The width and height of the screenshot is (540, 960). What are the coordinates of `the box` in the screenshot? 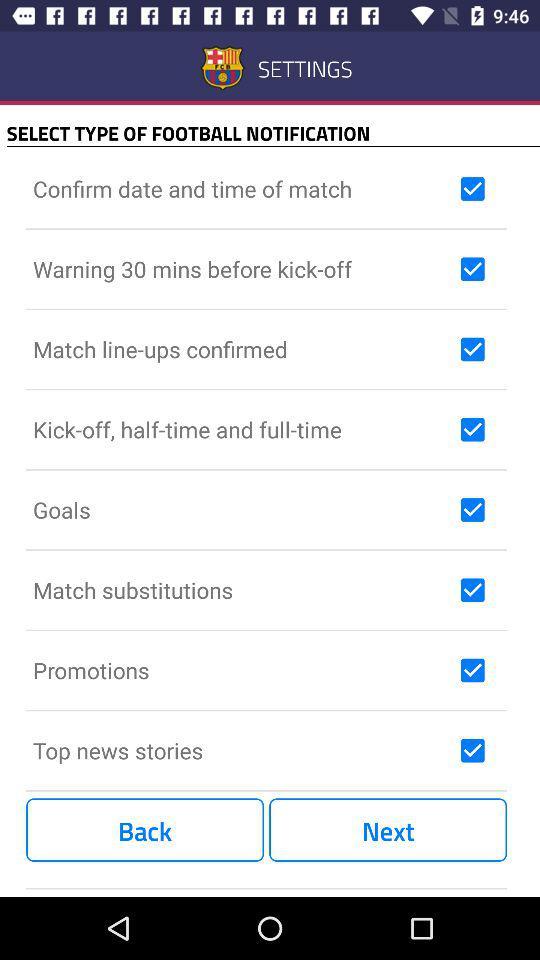 It's located at (472, 670).